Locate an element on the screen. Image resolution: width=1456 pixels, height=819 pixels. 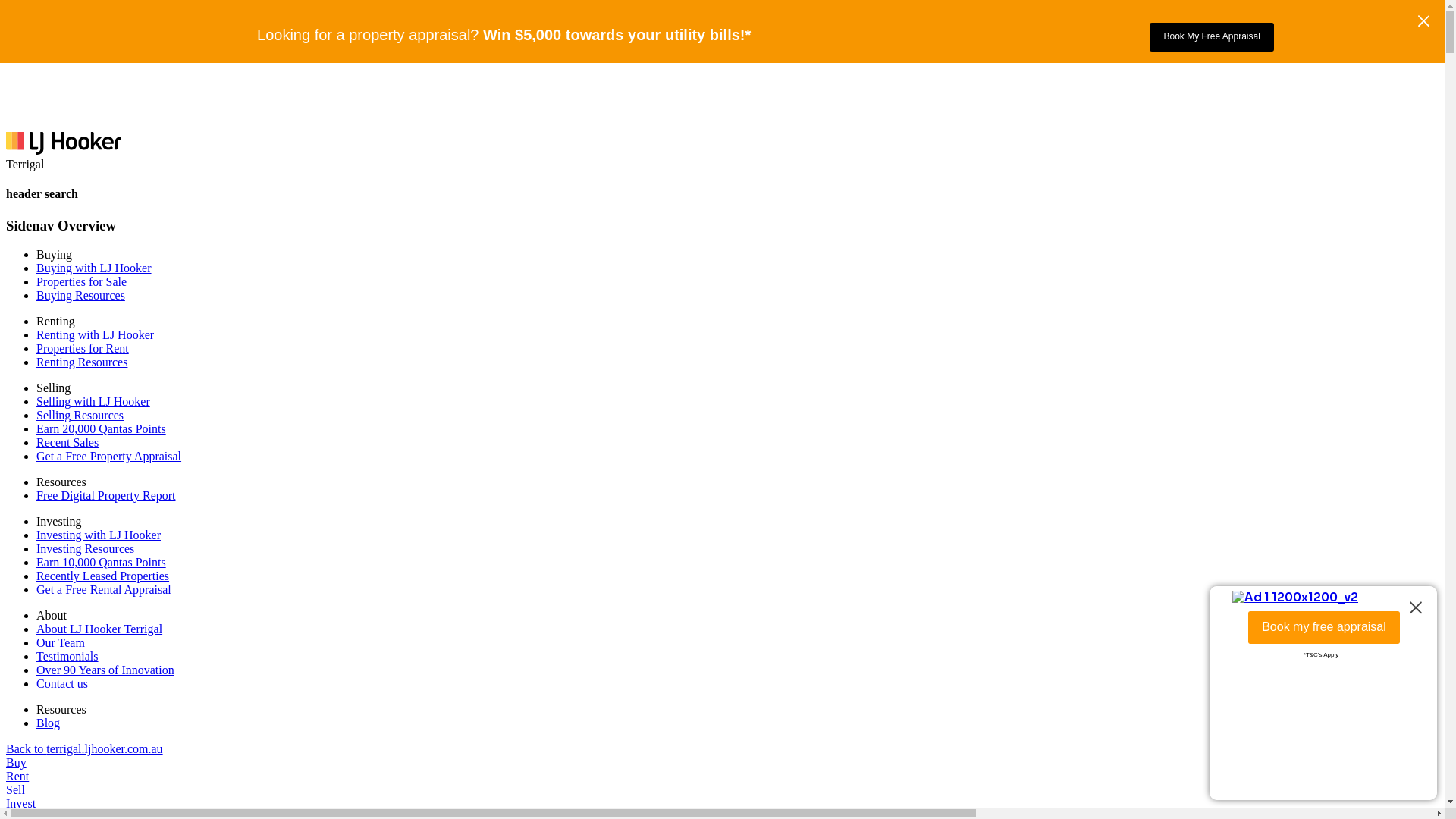
'Blog' is located at coordinates (48, 722).